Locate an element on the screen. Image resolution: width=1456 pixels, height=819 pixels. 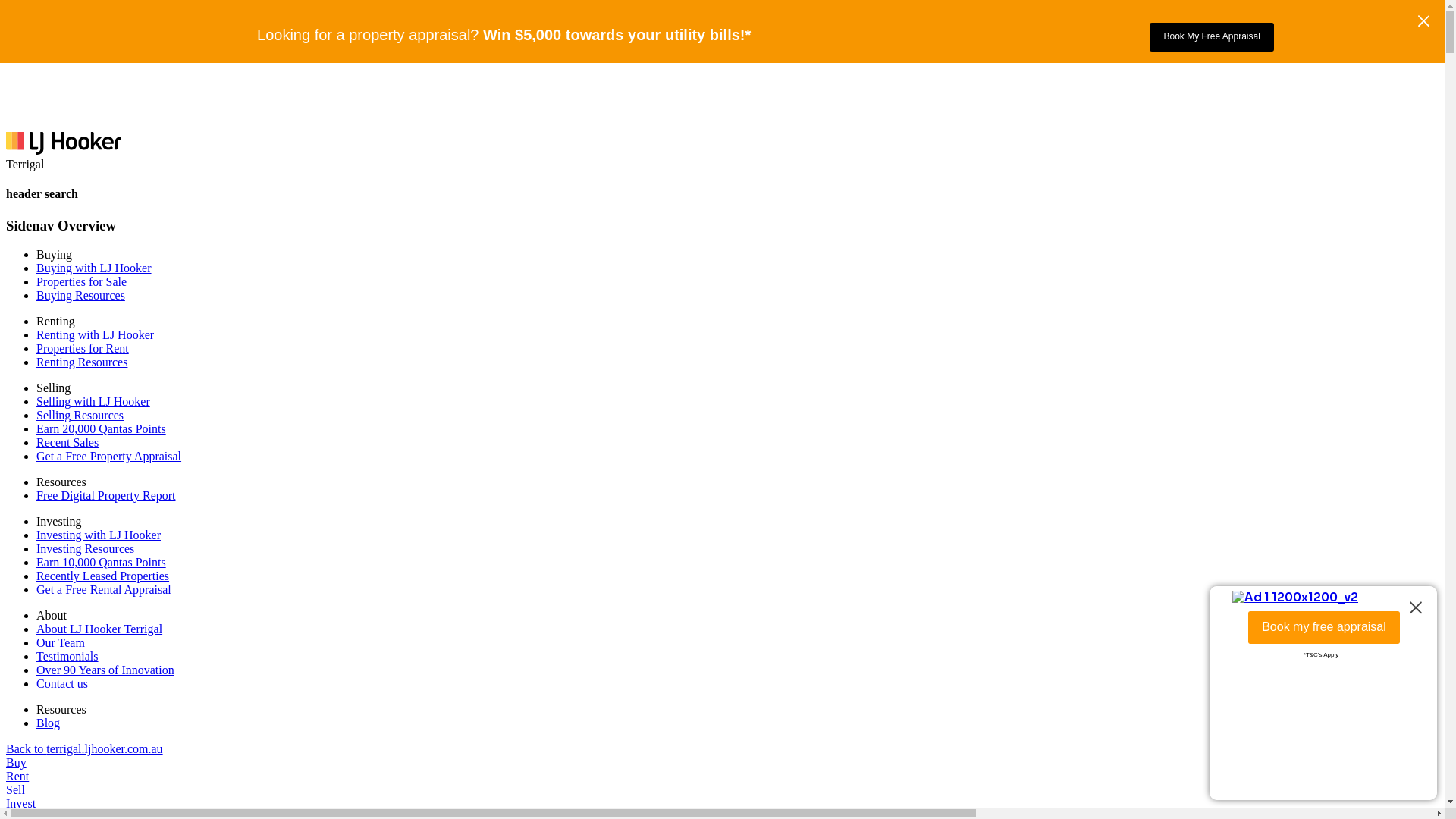
'Blog' is located at coordinates (48, 722).